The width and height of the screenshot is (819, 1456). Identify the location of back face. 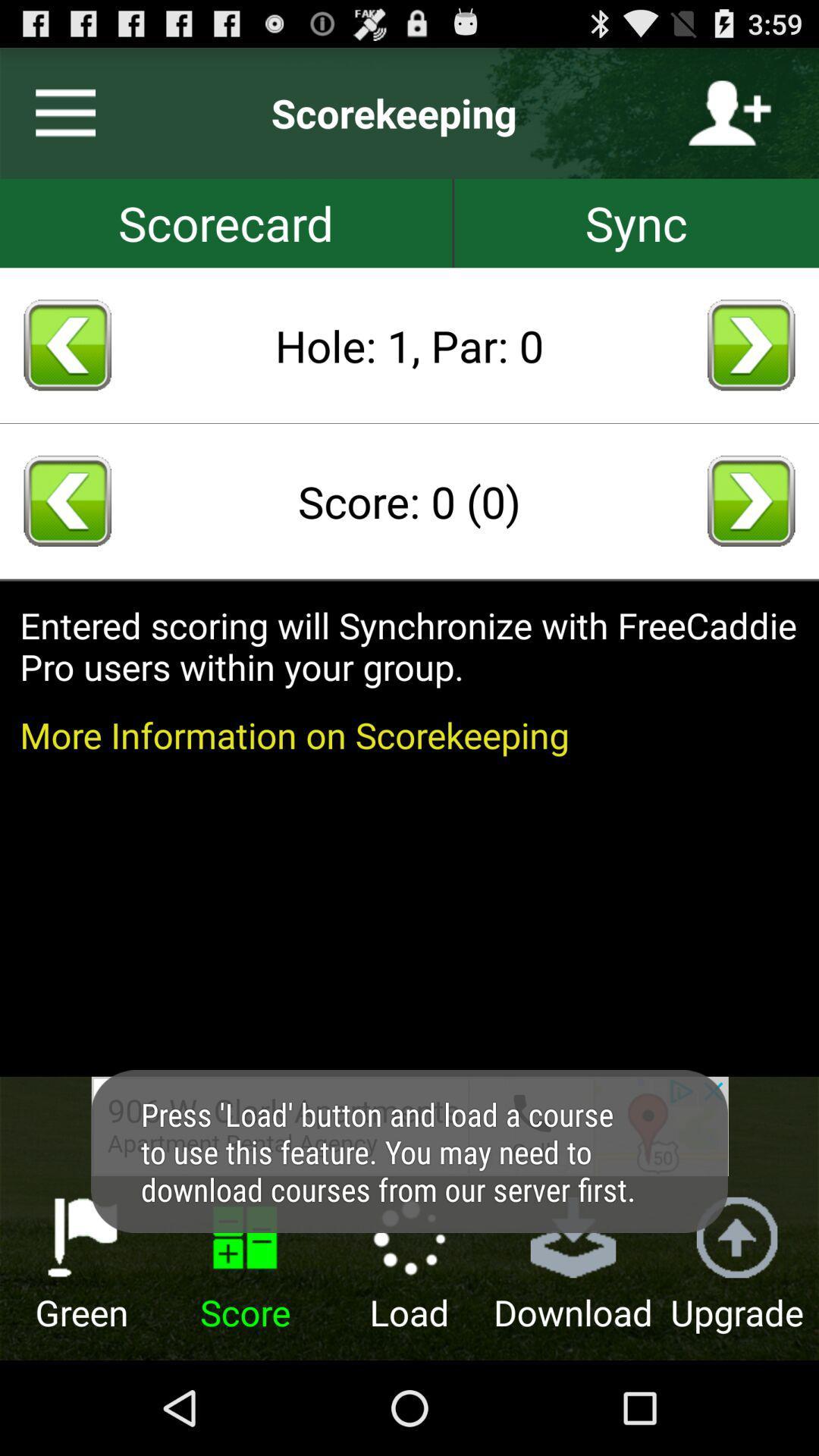
(751, 344).